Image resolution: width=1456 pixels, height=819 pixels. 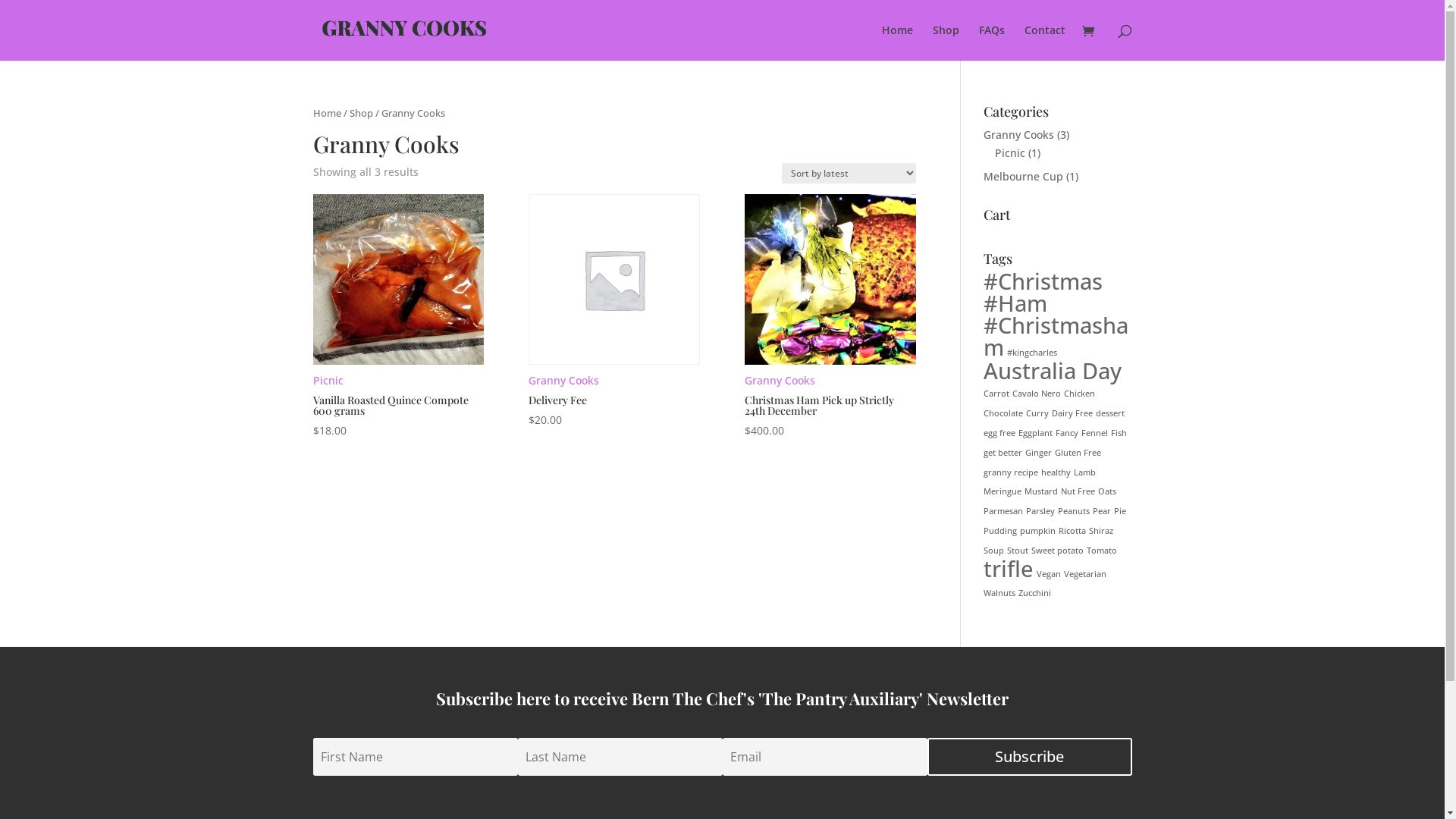 What do you see at coordinates (1007, 353) in the screenshot?
I see `'#kingcharles'` at bounding box center [1007, 353].